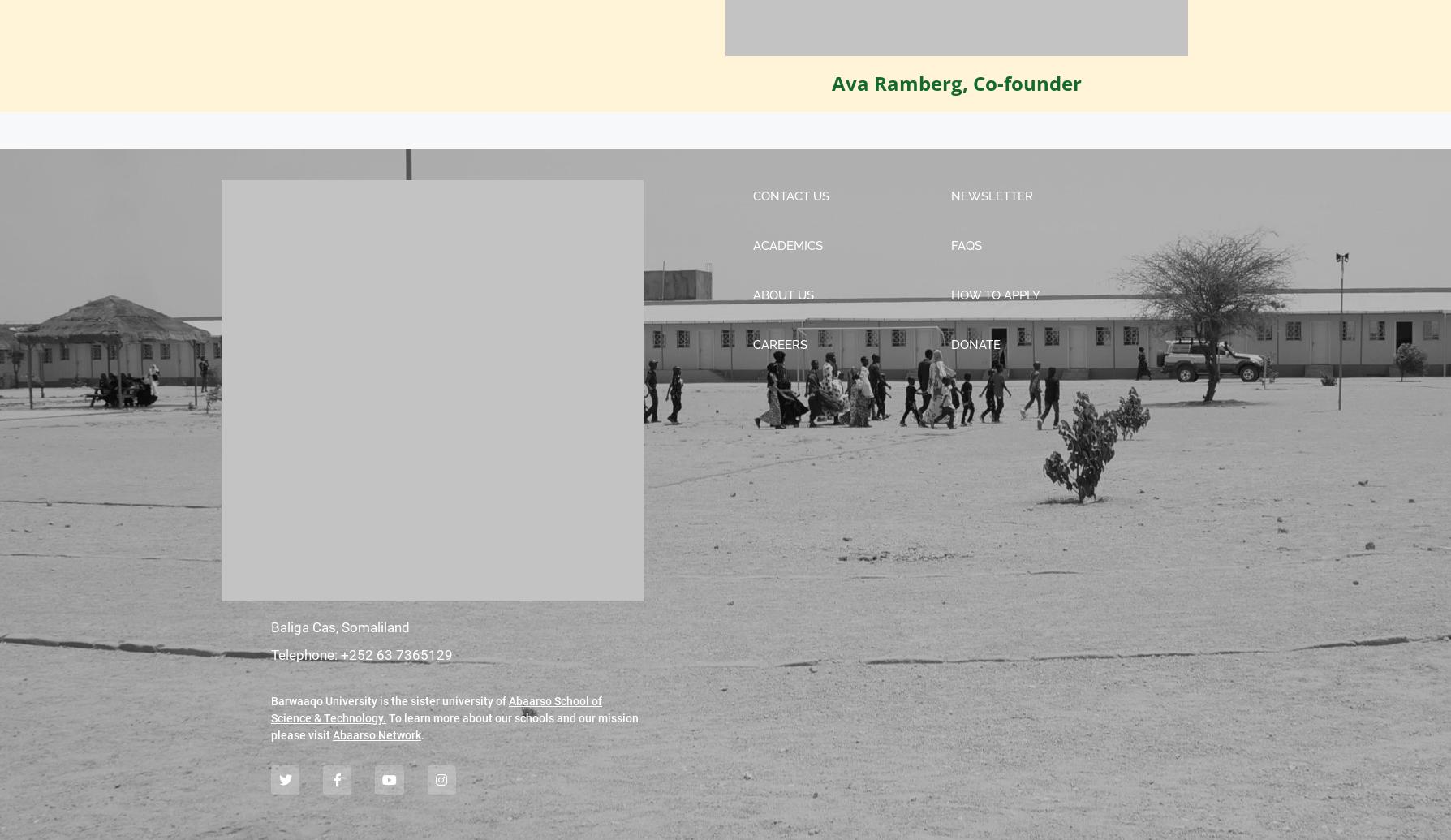 The width and height of the screenshot is (1451, 840). What do you see at coordinates (390, 700) in the screenshot?
I see `'Barwaaqo University is the sister university of'` at bounding box center [390, 700].